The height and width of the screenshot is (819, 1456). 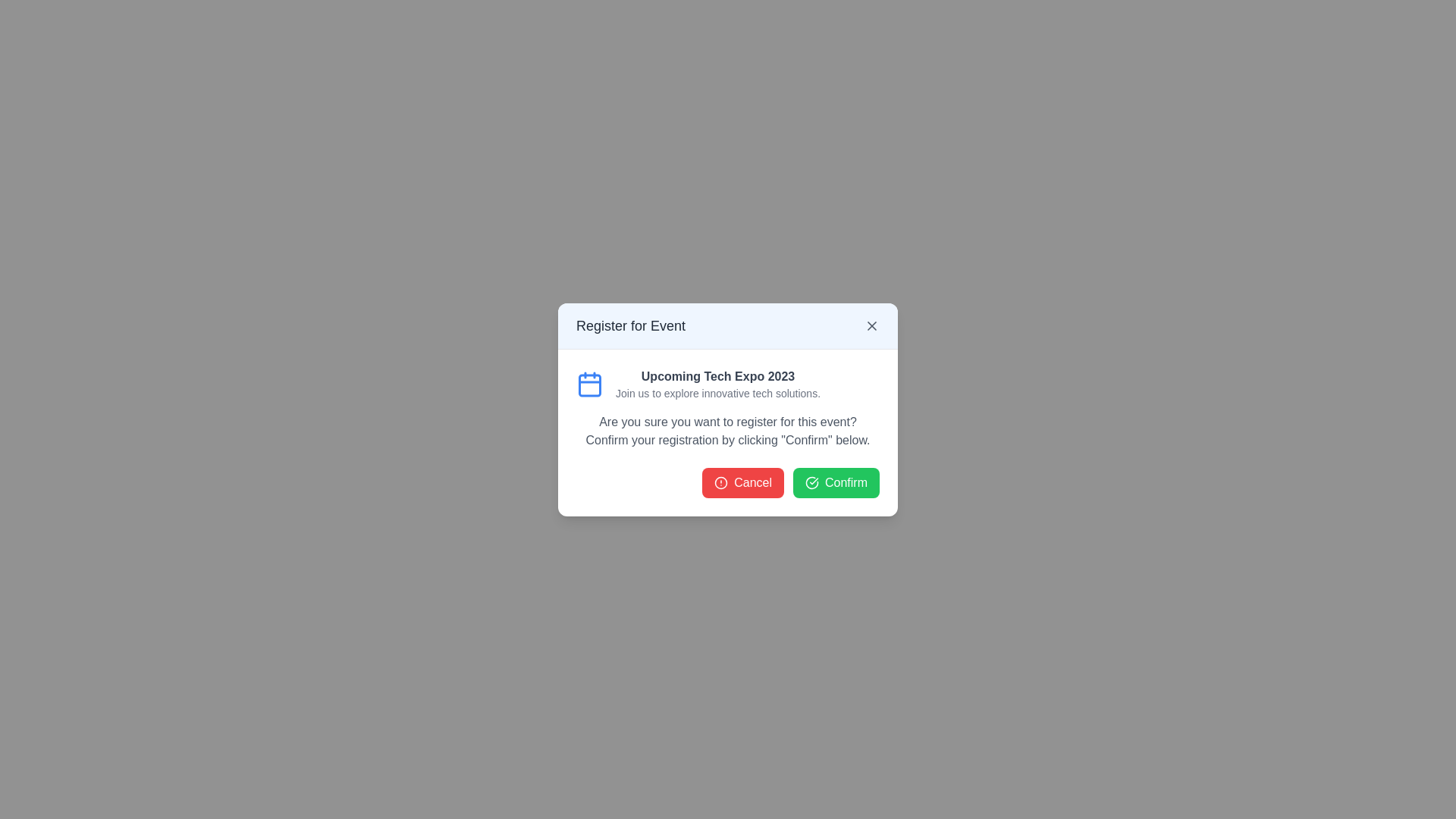 What do you see at coordinates (720, 482) in the screenshot?
I see `the circular SVG graphic element that represents an alert icon, located to the left of the text content in the confirmation dialog box for event registration` at bounding box center [720, 482].